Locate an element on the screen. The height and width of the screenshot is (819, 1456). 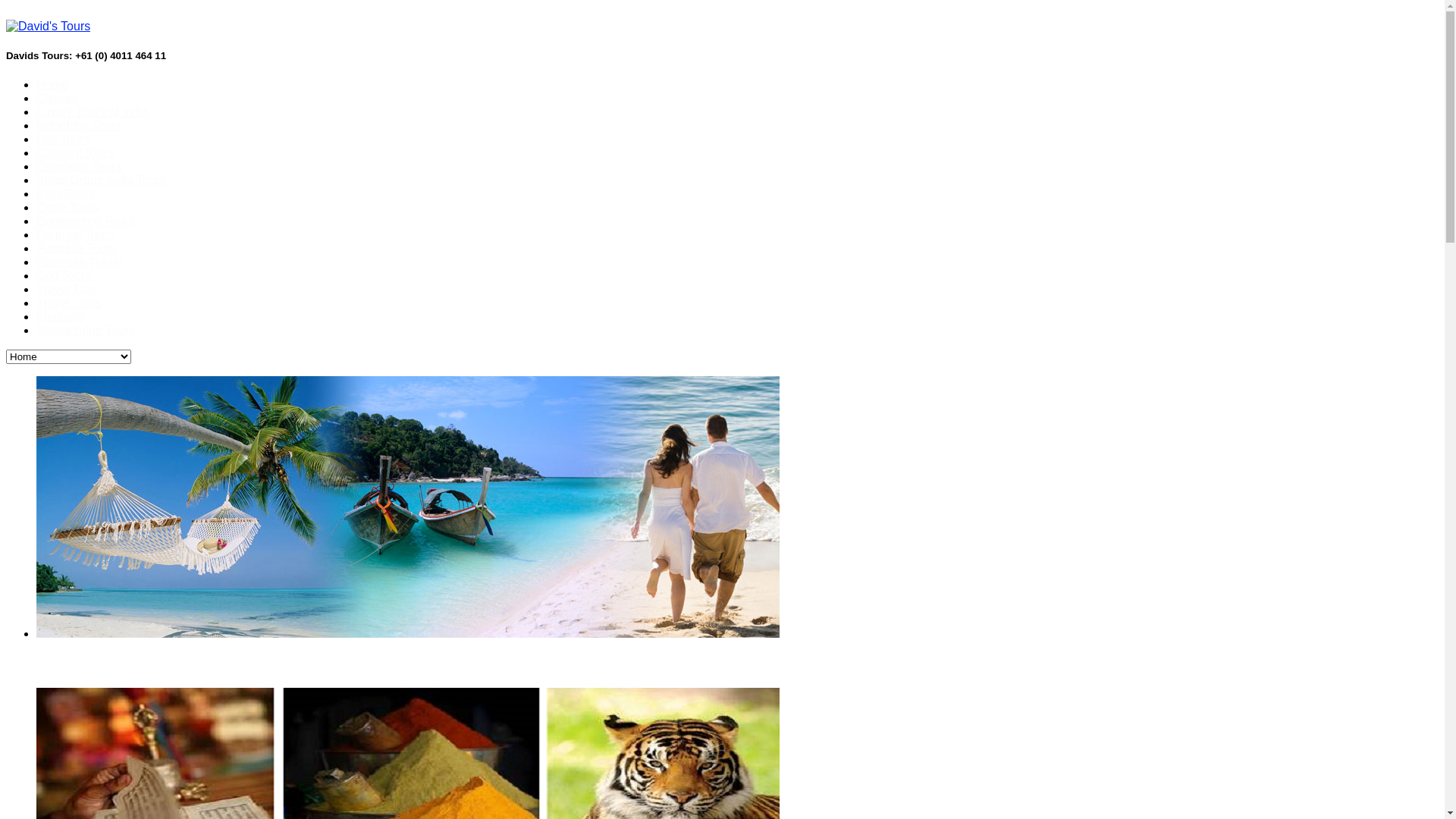
'European Tours' is located at coordinates (36, 166).